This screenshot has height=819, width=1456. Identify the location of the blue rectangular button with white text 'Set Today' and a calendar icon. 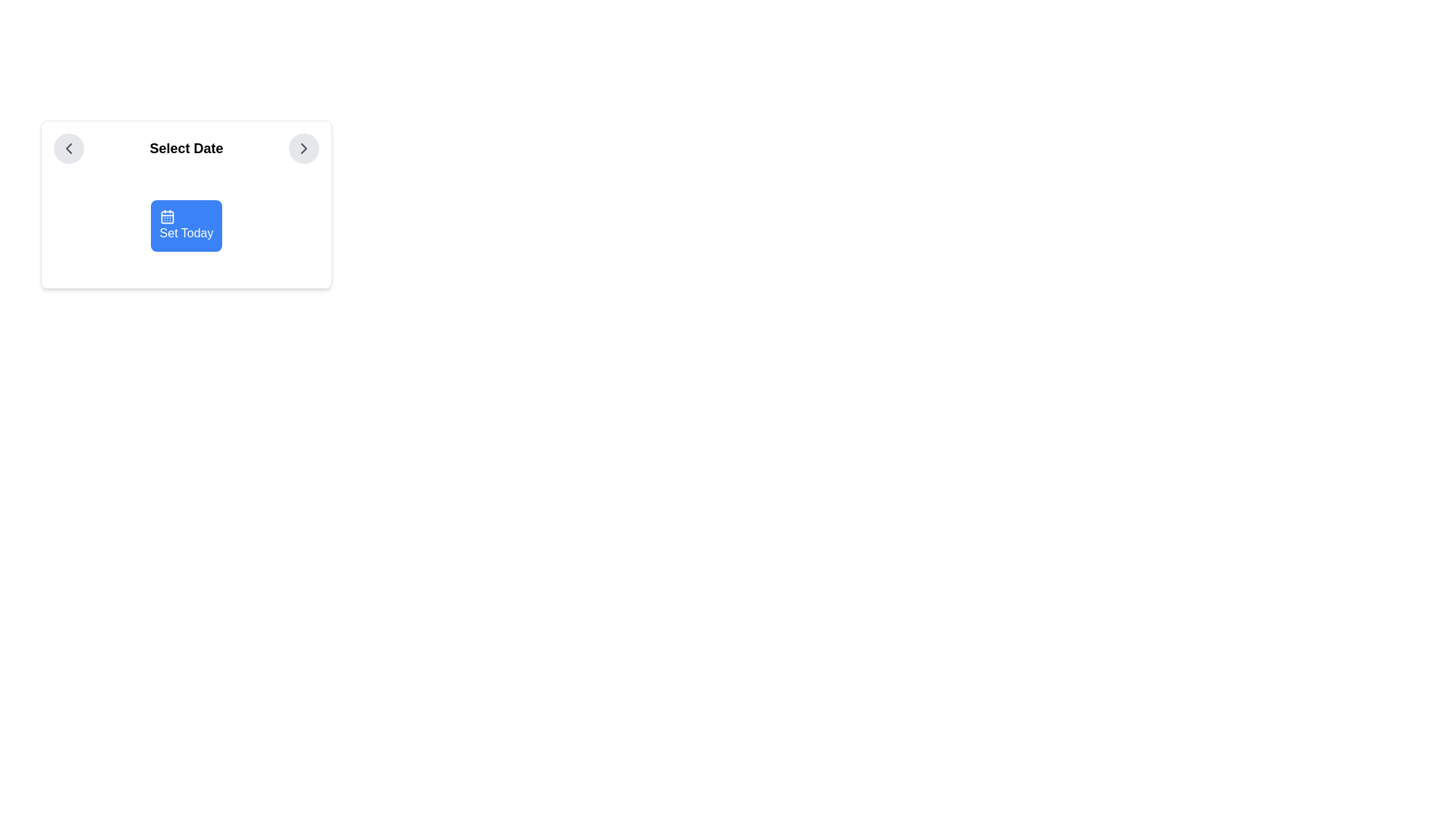
(185, 225).